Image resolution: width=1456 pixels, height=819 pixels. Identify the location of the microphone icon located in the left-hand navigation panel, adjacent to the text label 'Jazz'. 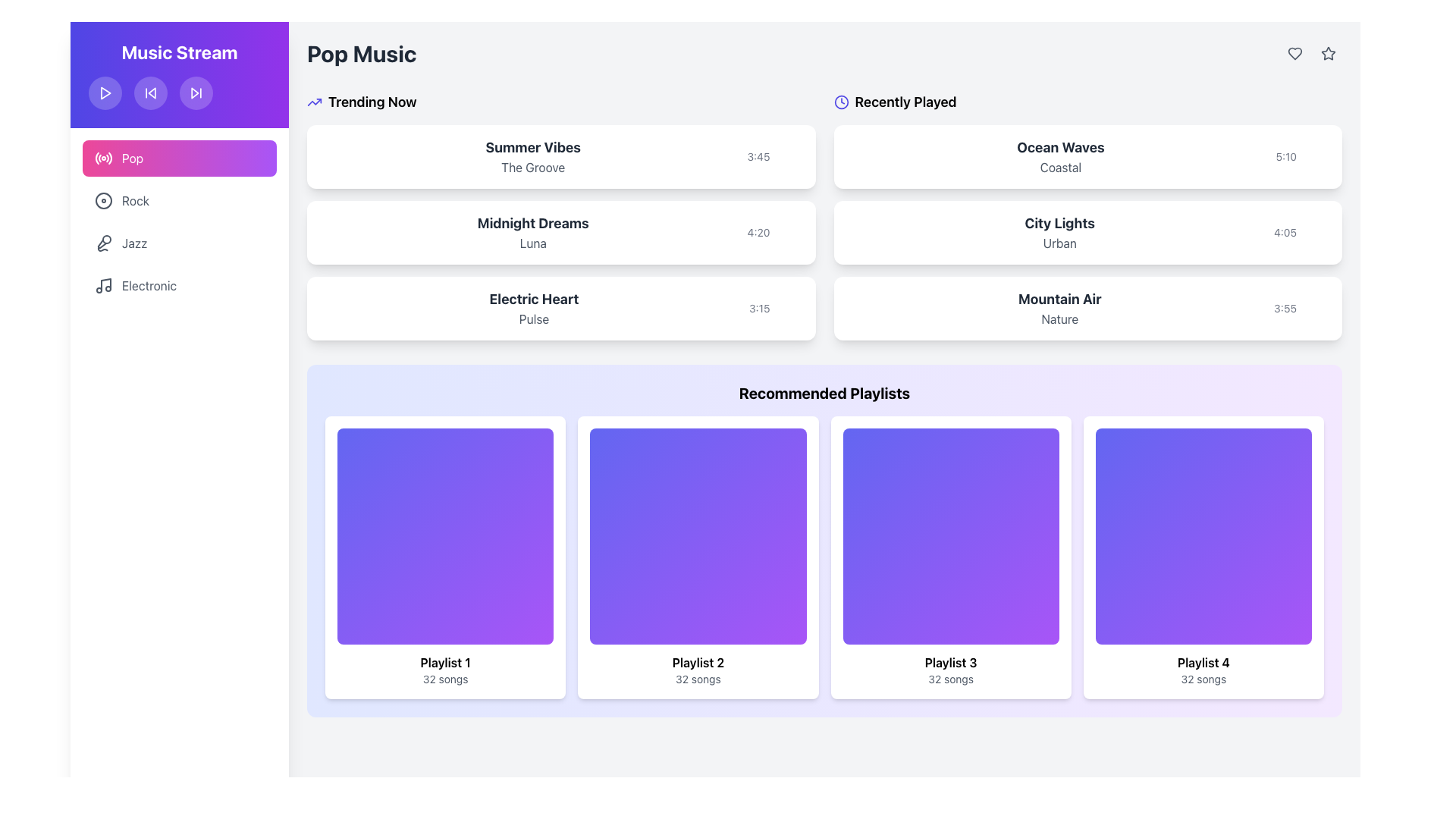
(103, 242).